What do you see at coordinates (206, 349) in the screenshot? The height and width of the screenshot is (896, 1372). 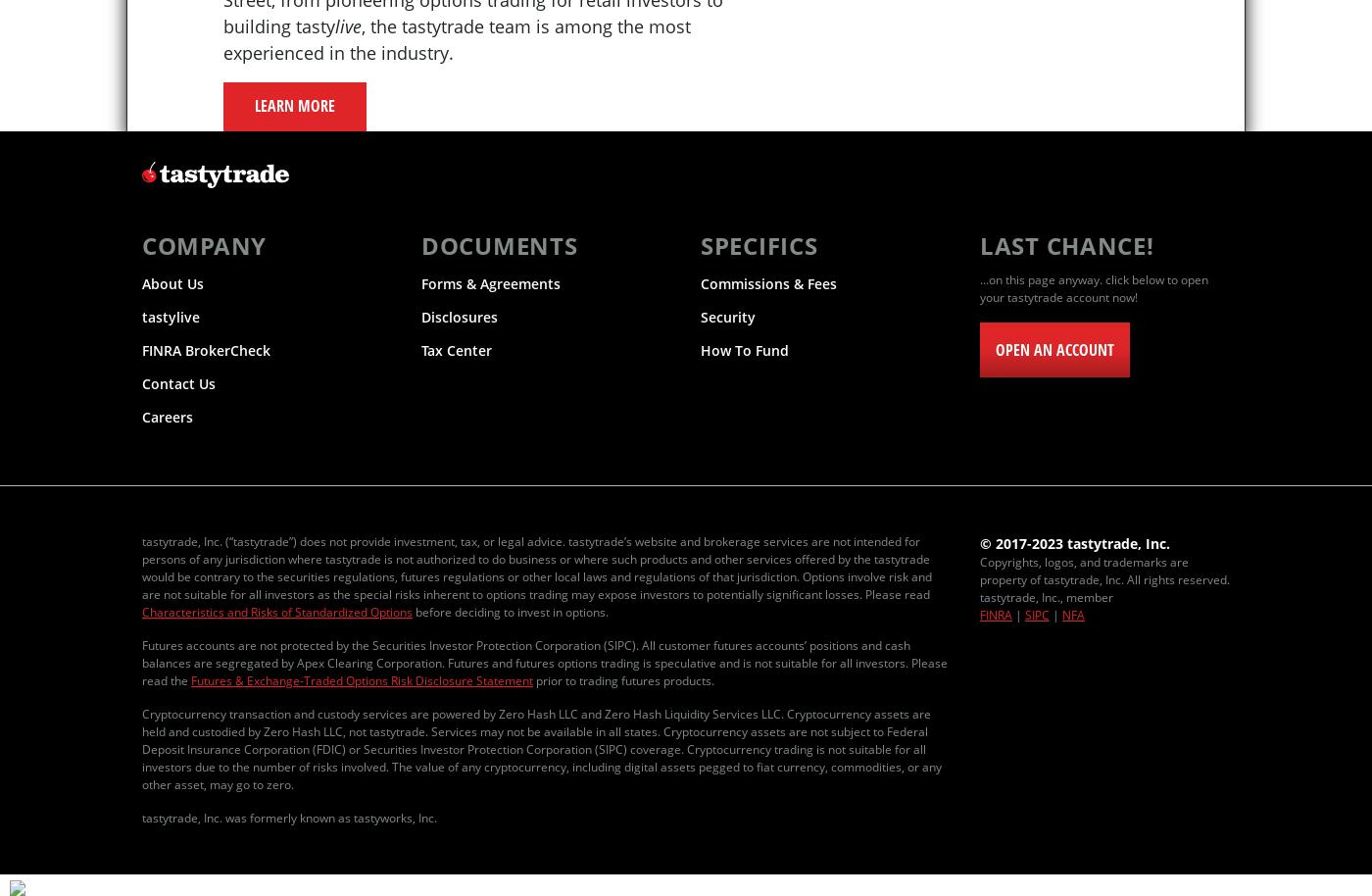 I see `'FINRA BrokerCheck'` at bounding box center [206, 349].